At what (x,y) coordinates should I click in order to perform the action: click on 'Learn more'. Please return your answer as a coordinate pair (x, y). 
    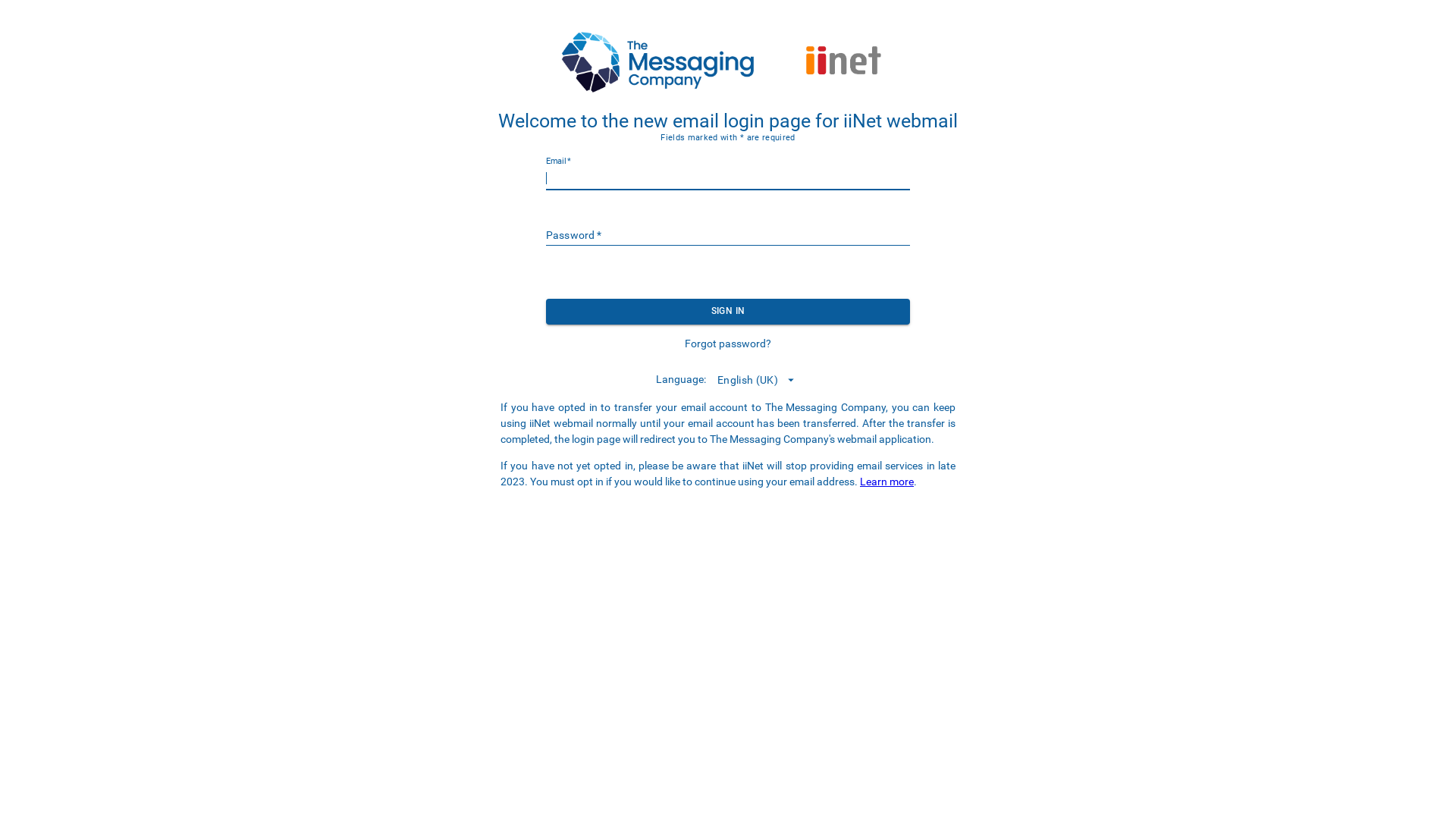
    Looking at the image, I should click on (886, 482).